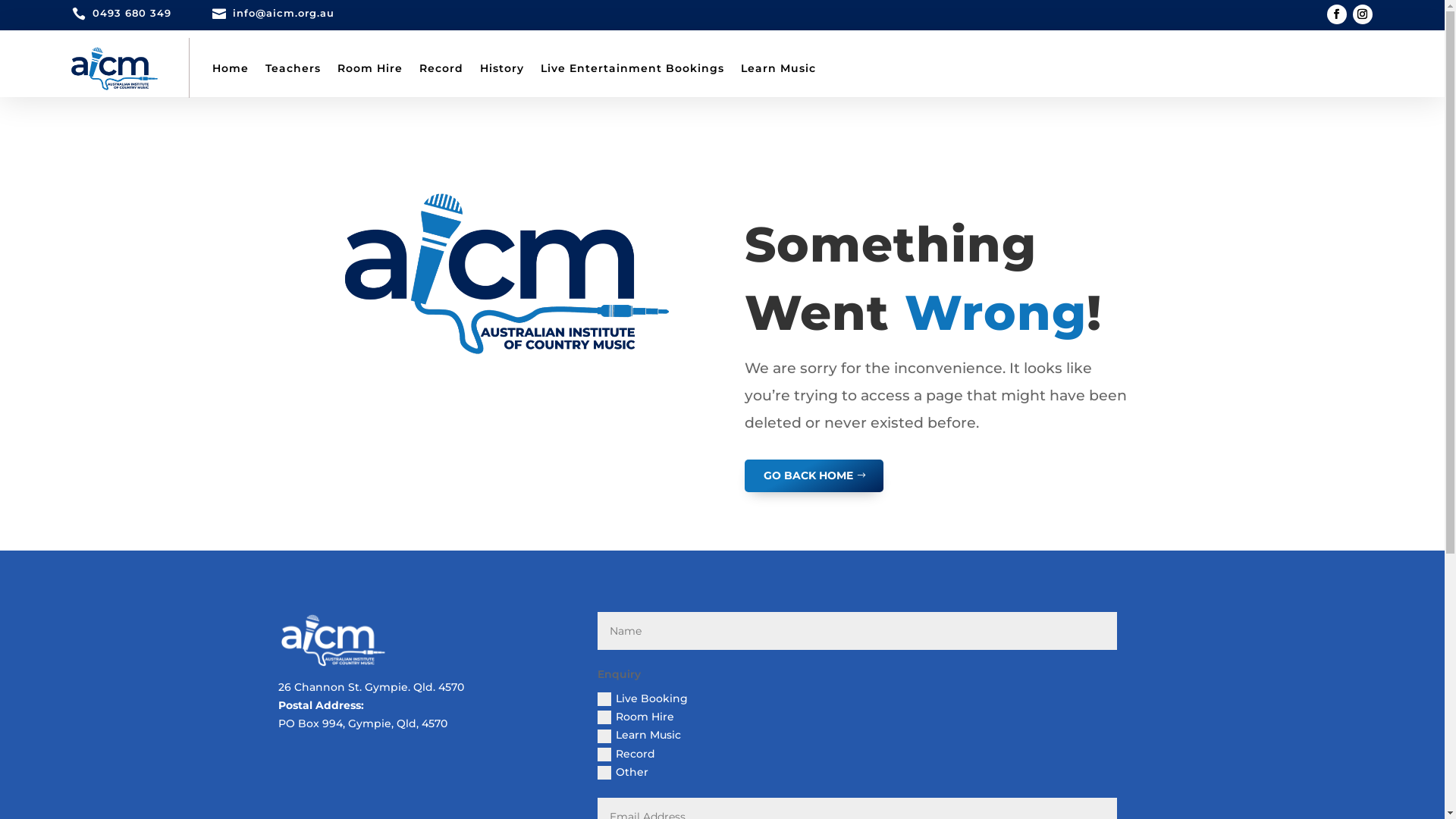 The width and height of the screenshot is (1456, 819). What do you see at coordinates (501, 67) in the screenshot?
I see `'History'` at bounding box center [501, 67].